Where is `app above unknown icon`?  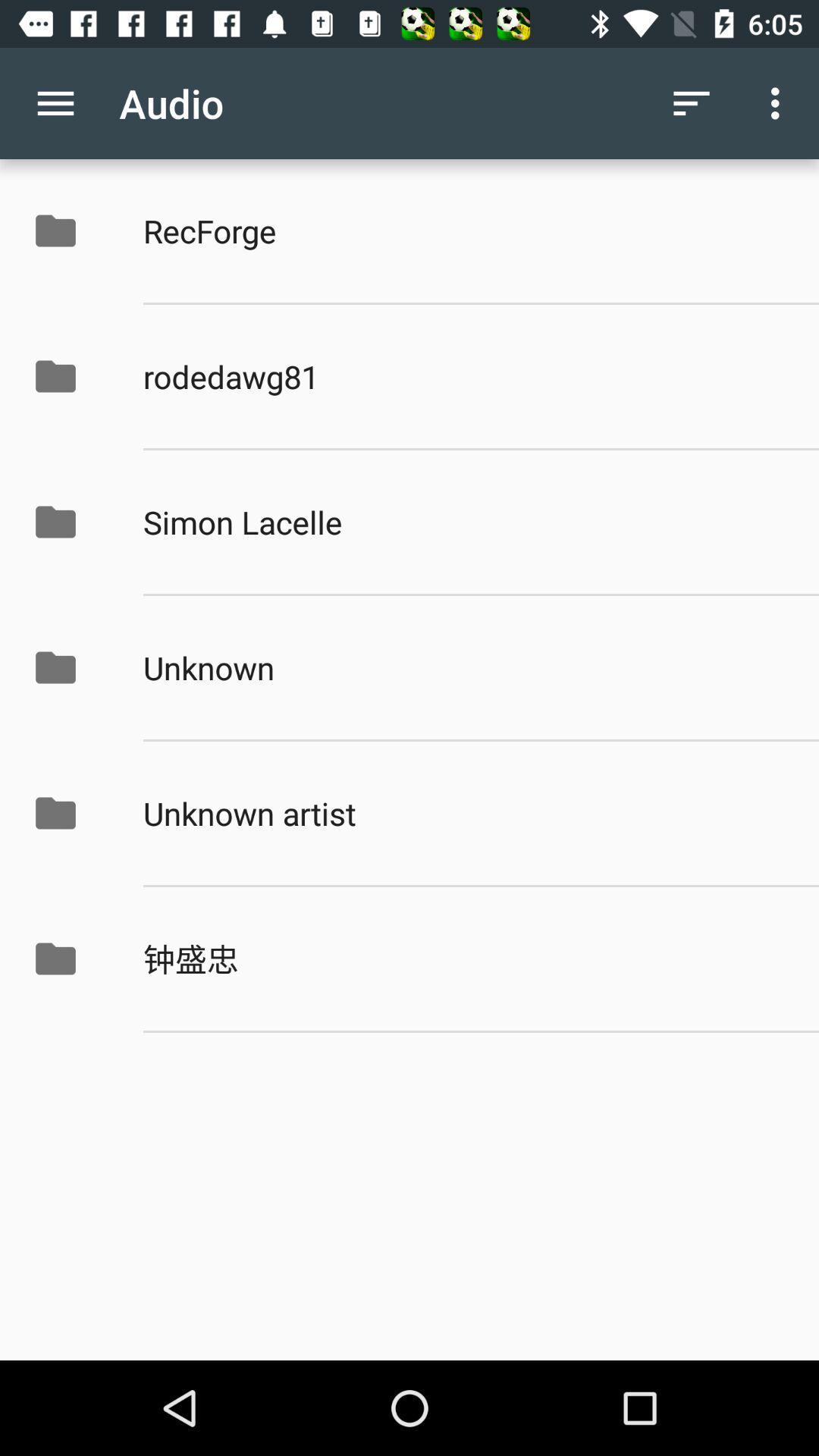 app above unknown icon is located at coordinates (464, 522).